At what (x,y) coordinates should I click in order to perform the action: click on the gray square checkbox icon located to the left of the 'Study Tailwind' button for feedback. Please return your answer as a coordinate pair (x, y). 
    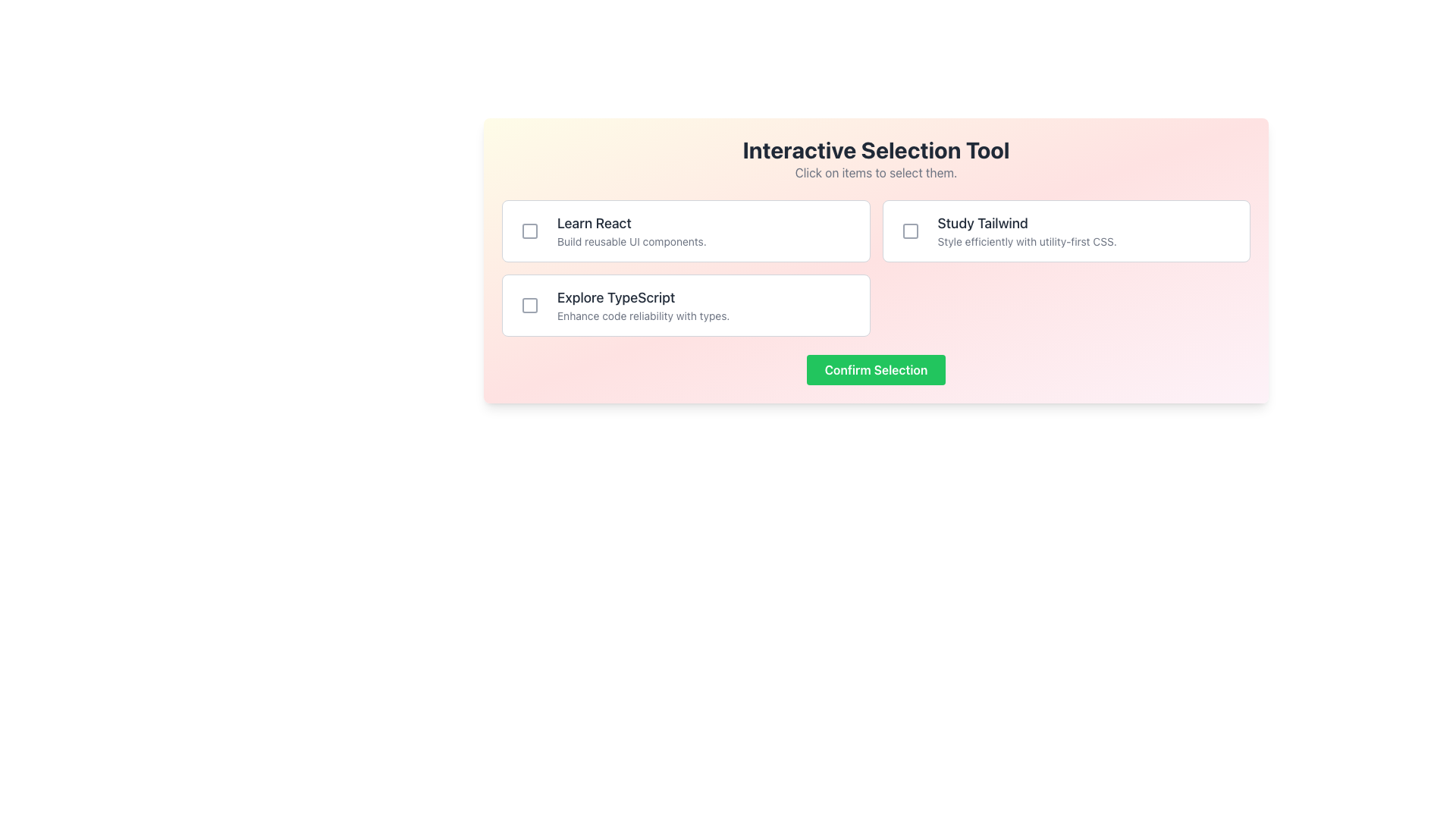
    Looking at the image, I should click on (910, 231).